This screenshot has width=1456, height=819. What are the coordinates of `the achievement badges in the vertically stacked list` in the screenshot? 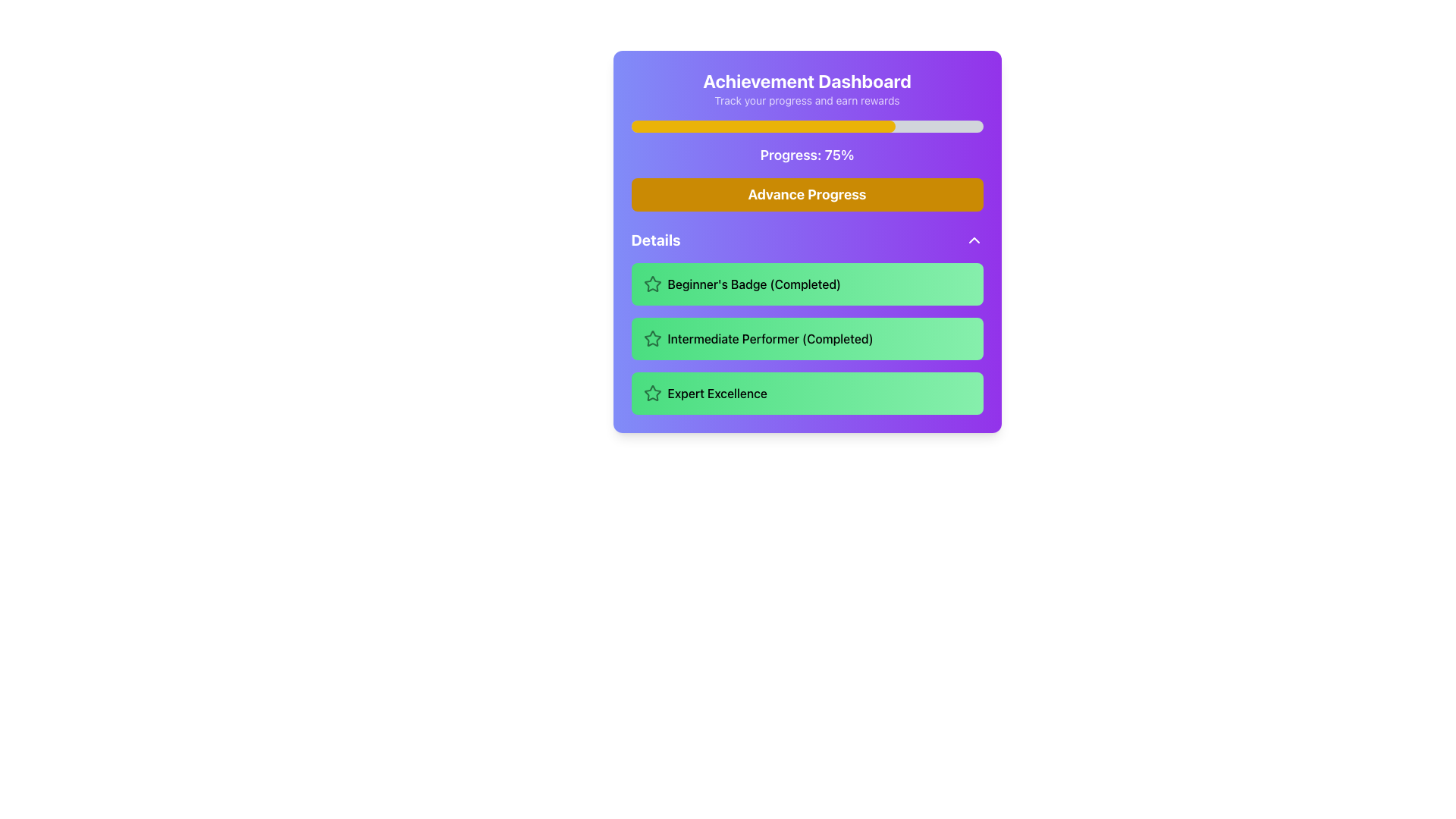 It's located at (806, 338).